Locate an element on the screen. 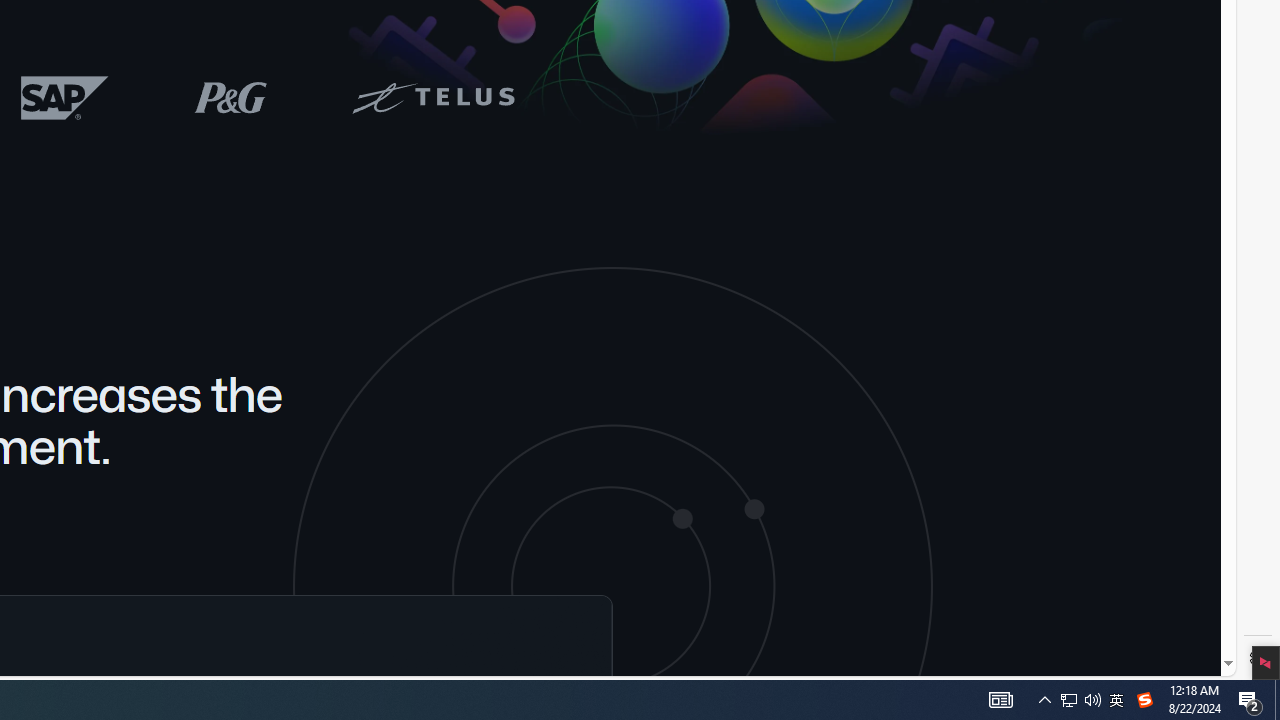 This screenshot has width=1280, height=720. 'P&G logo' is located at coordinates (231, 97).